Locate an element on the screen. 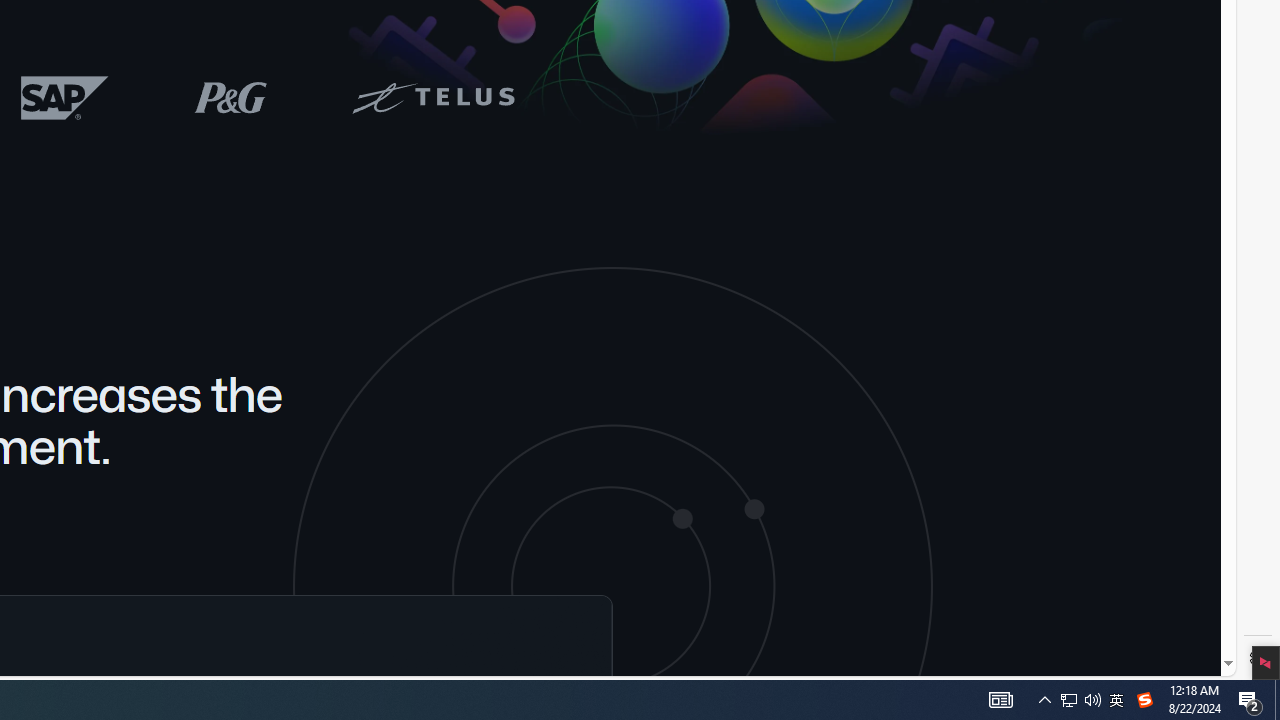 This screenshot has width=1280, height=720. 'P&G logo' is located at coordinates (231, 97).